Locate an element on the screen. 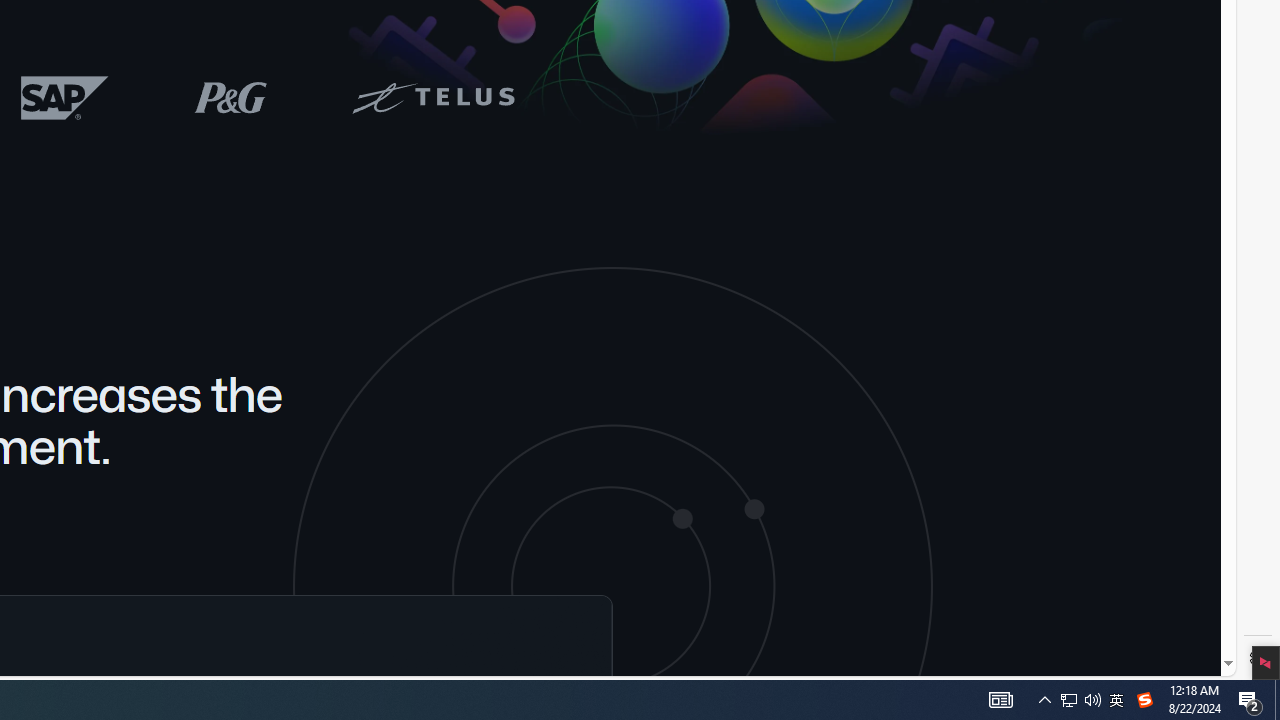 This screenshot has width=1280, height=720. 'P&G logo' is located at coordinates (231, 97).